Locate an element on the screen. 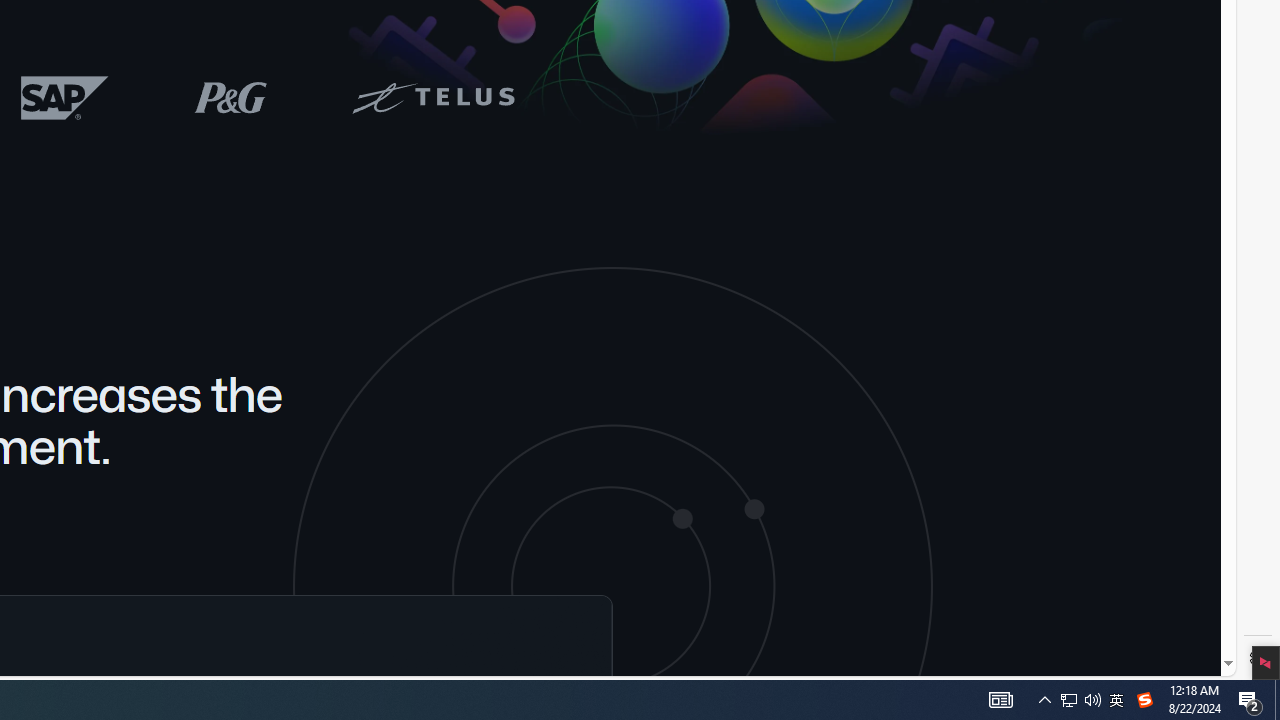 This screenshot has width=1280, height=720. 'P&G logo' is located at coordinates (231, 97).